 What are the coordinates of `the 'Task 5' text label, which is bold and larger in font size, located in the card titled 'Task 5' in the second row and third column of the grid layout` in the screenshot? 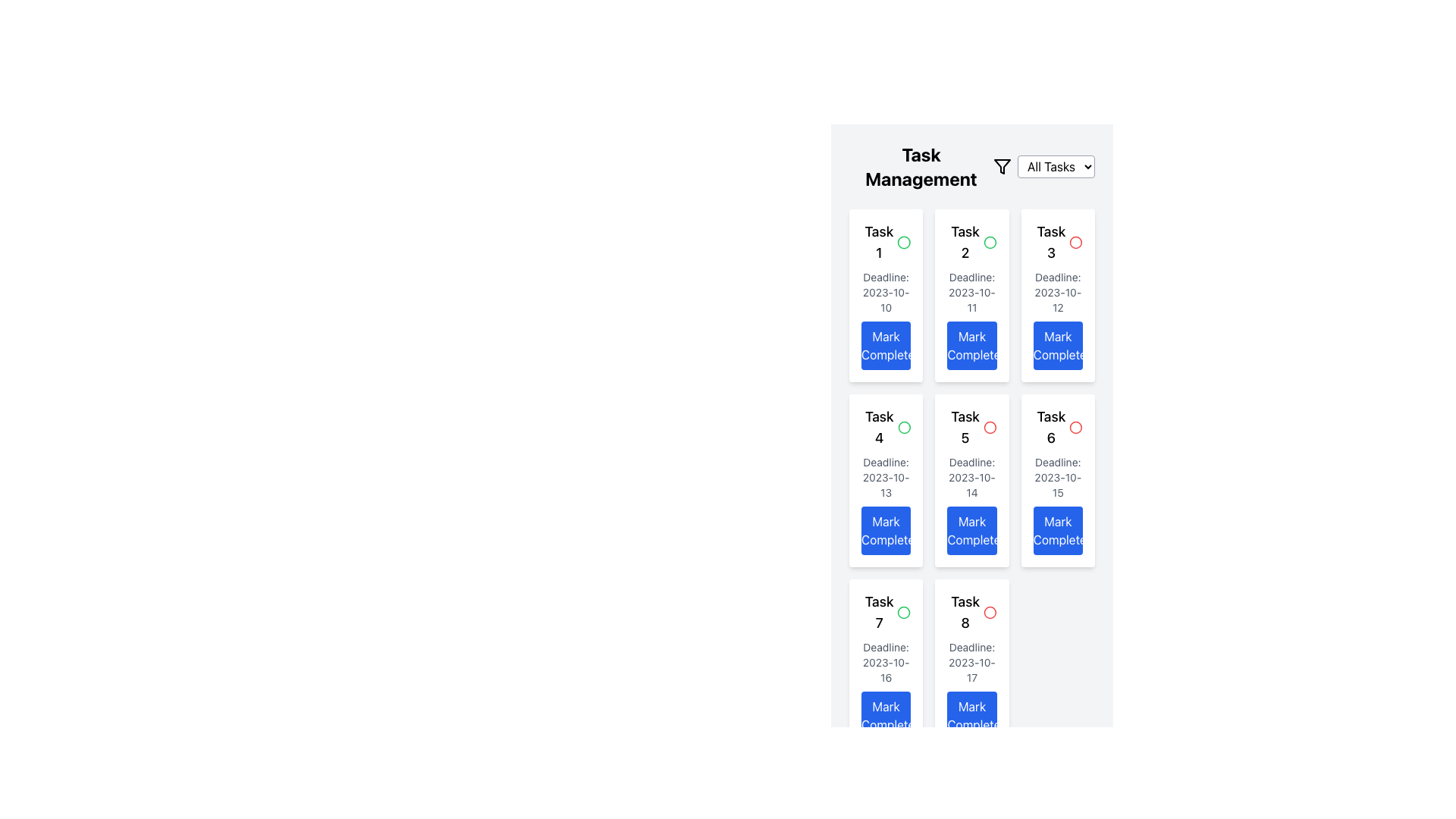 It's located at (971, 427).